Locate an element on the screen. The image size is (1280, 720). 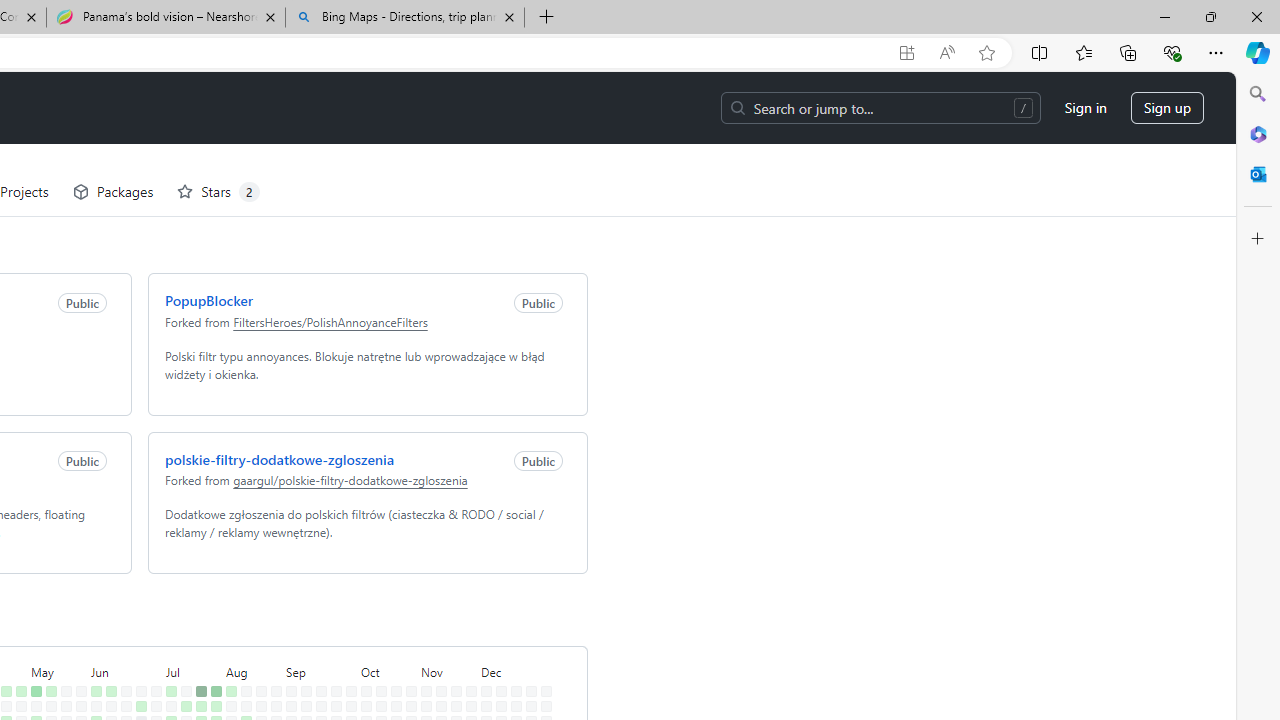
'No contributions on July 10th.' is located at coordinates (167, 664).